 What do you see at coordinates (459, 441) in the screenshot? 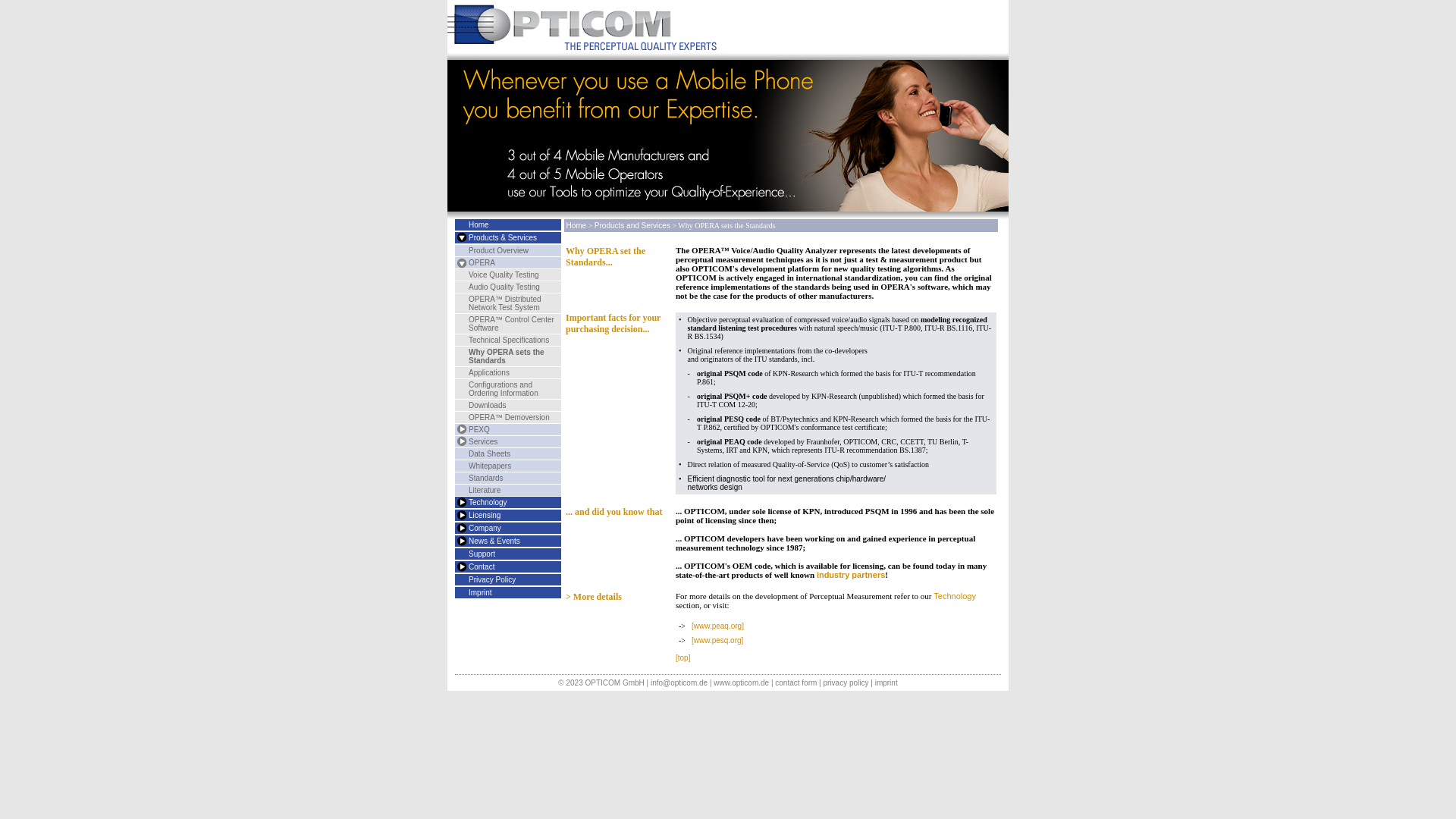
I see `'Services'` at bounding box center [459, 441].